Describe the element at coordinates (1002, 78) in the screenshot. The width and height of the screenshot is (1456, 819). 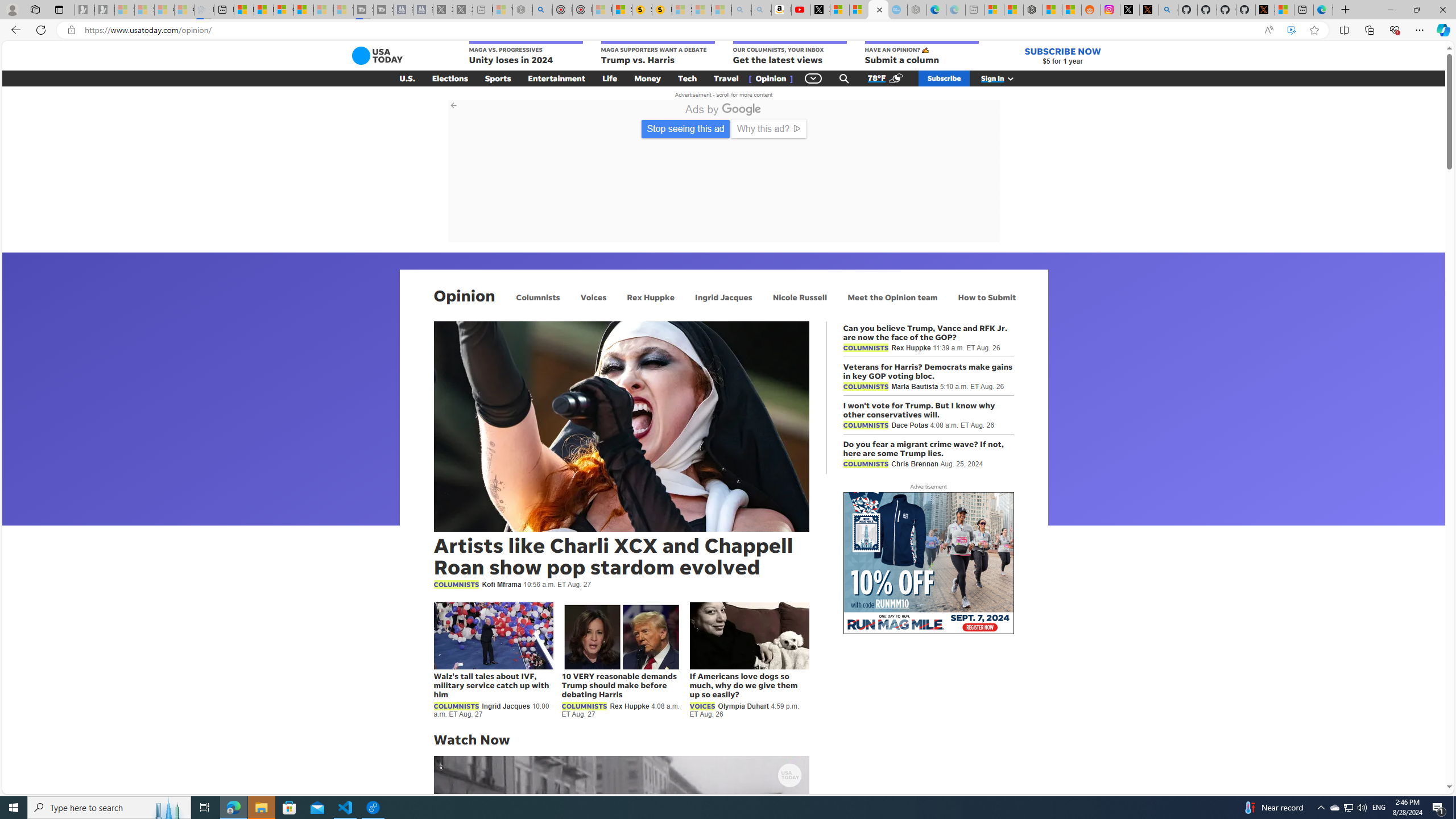
I see `'Sign In'` at that location.